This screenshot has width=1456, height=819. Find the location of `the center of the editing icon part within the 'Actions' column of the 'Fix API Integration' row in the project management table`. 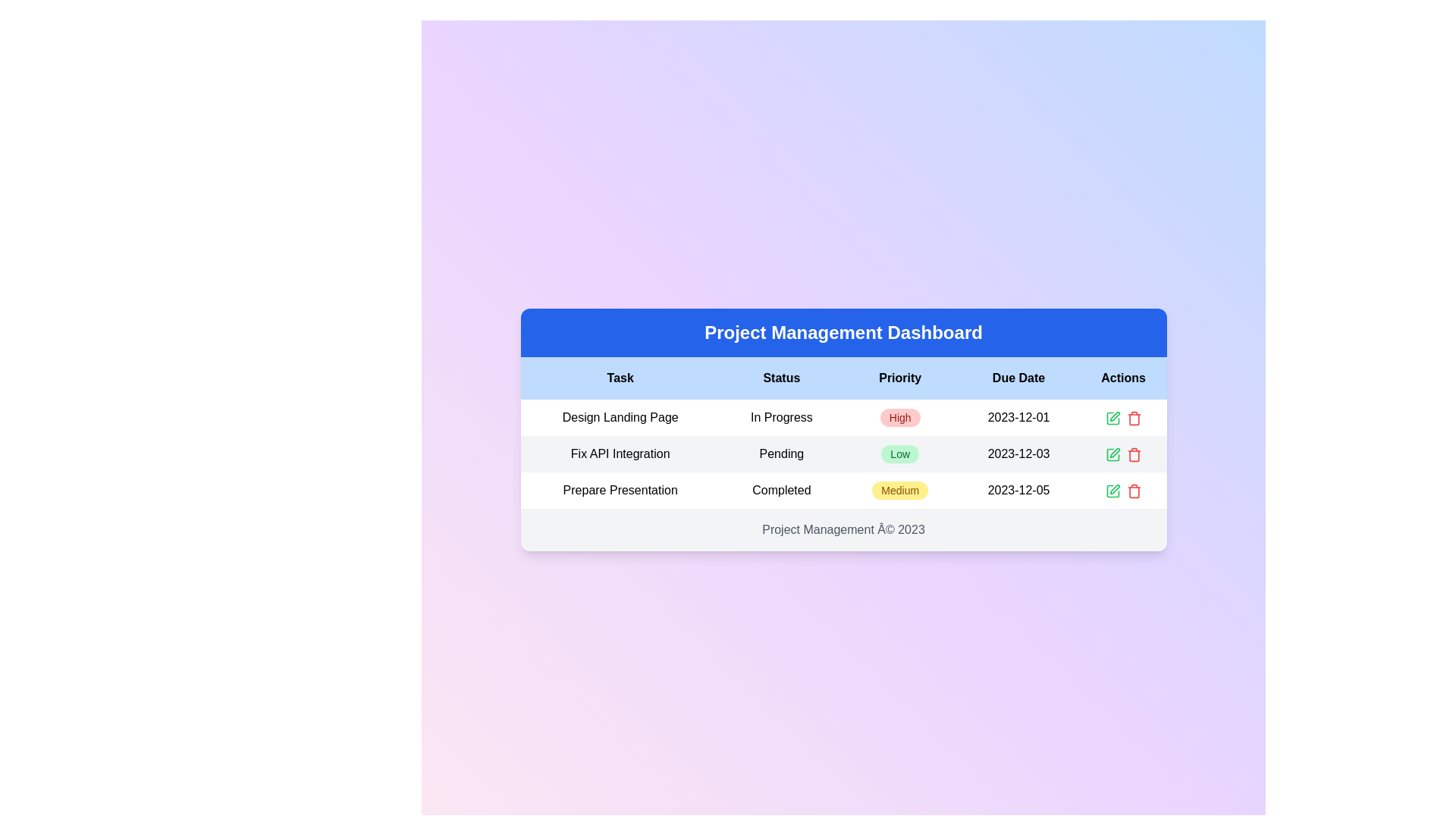

the center of the editing icon part within the 'Actions' column of the 'Fix API Integration' row in the project management table is located at coordinates (1112, 418).